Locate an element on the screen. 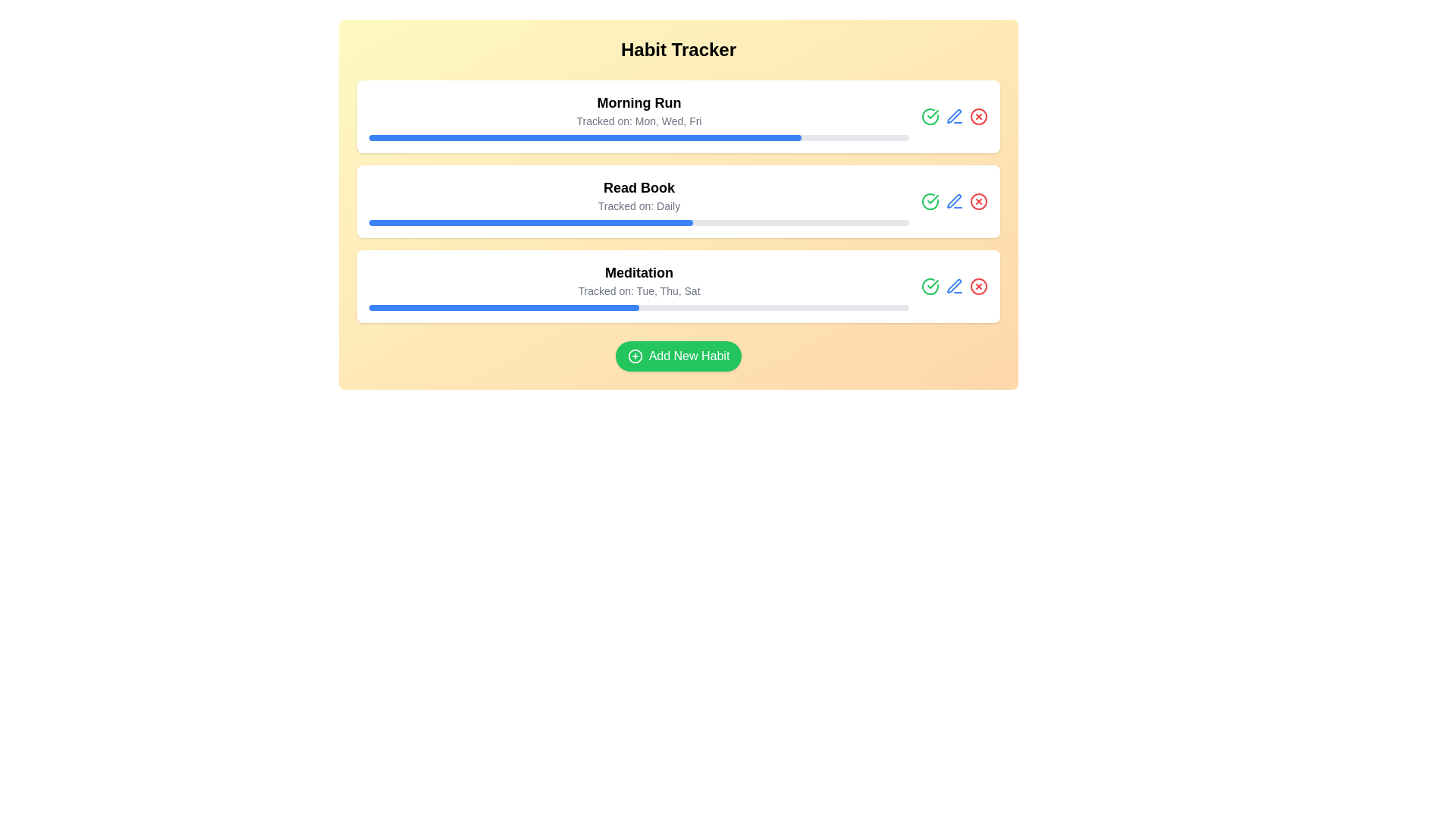 This screenshot has height=819, width=1456. the text label that serves as the heading for the habit 'Morning Run', which is the first element in the habit list and located in the top-left portion of the interface is located at coordinates (639, 102).